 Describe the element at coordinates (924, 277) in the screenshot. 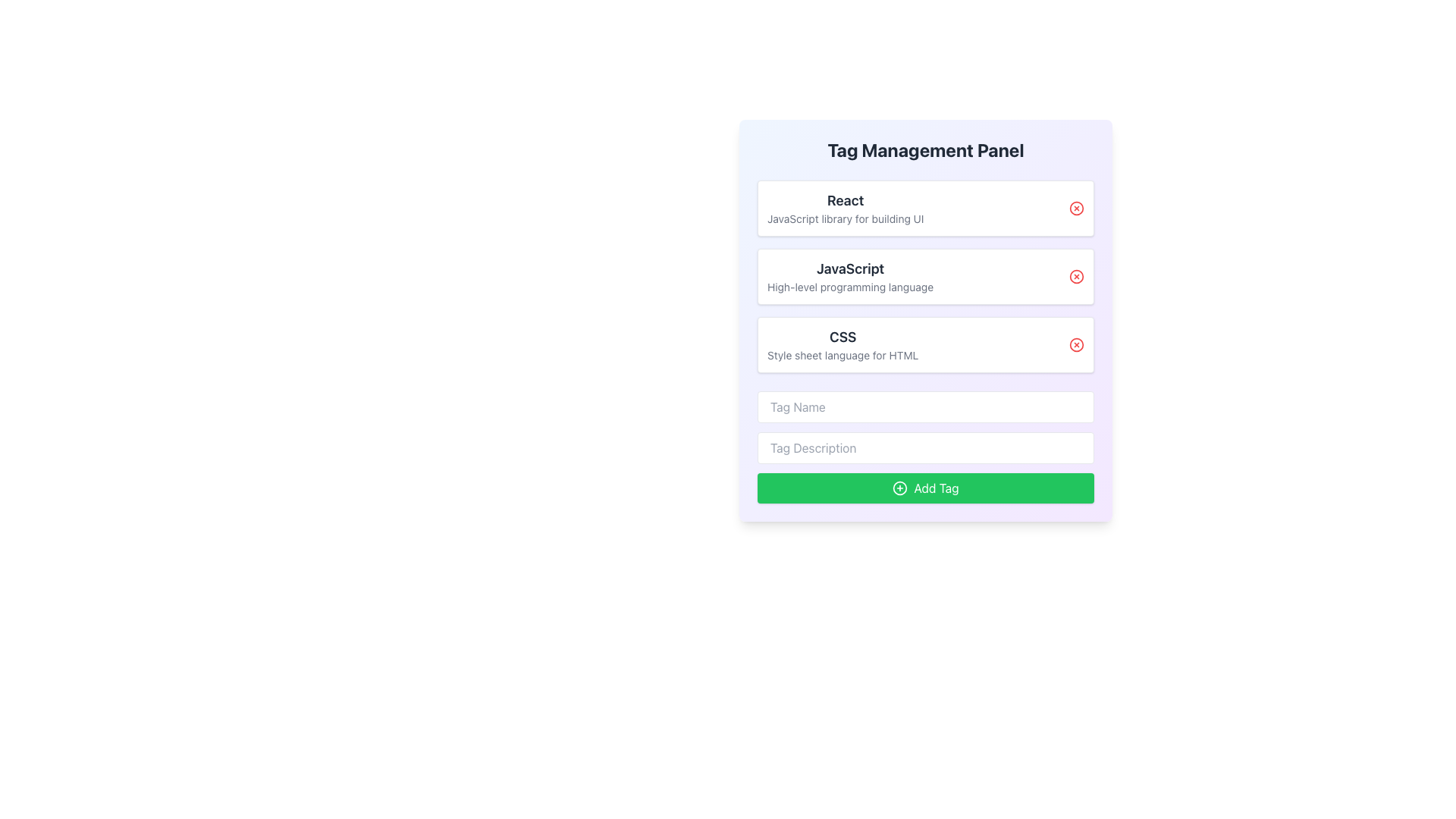

I see `details of the tag entry in the Tag Management Panel, specifically the second row between 'React' and 'CSS'` at that location.